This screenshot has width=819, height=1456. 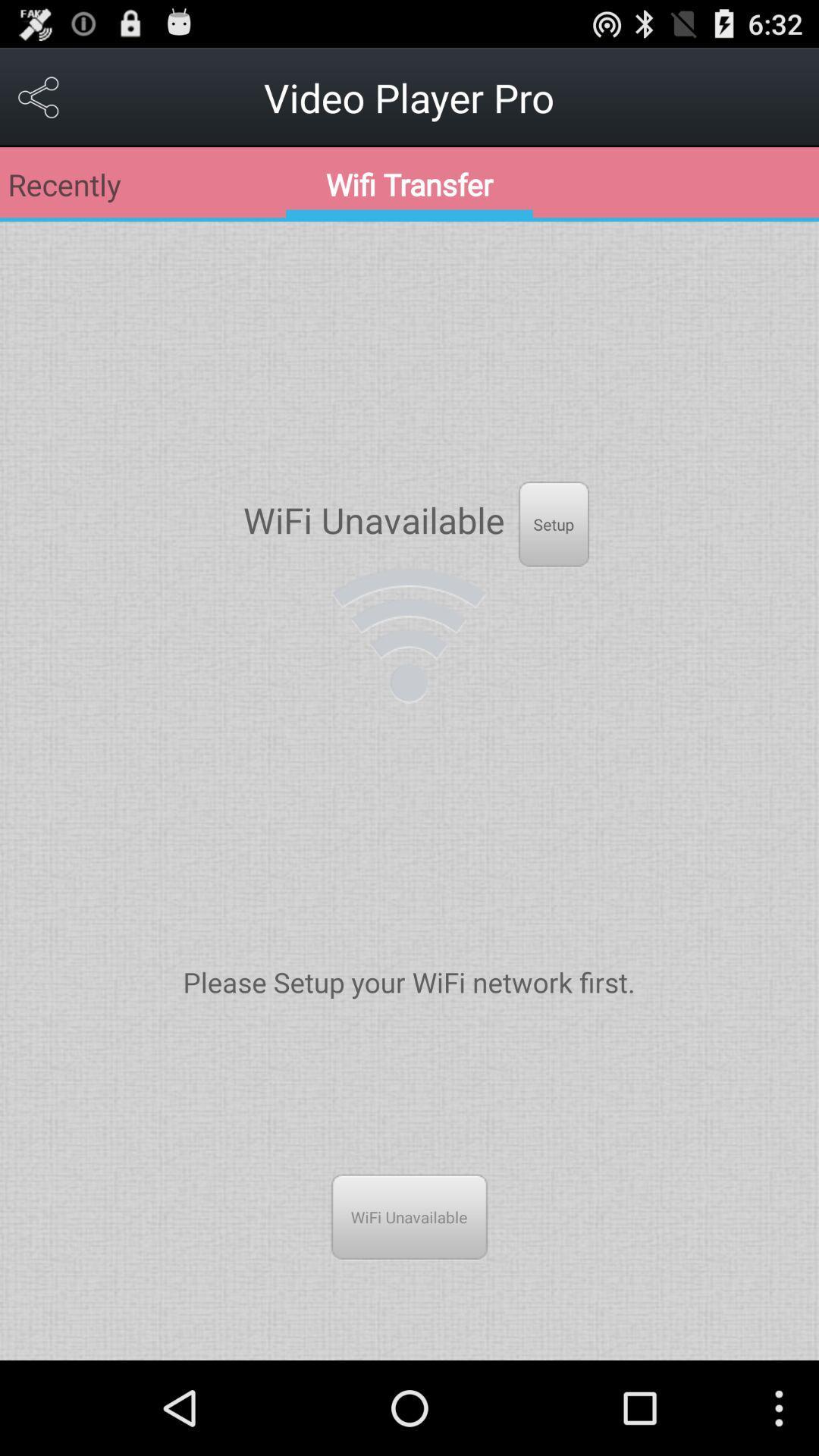 I want to click on app to the left of video player pro icon, so click(x=39, y=96).